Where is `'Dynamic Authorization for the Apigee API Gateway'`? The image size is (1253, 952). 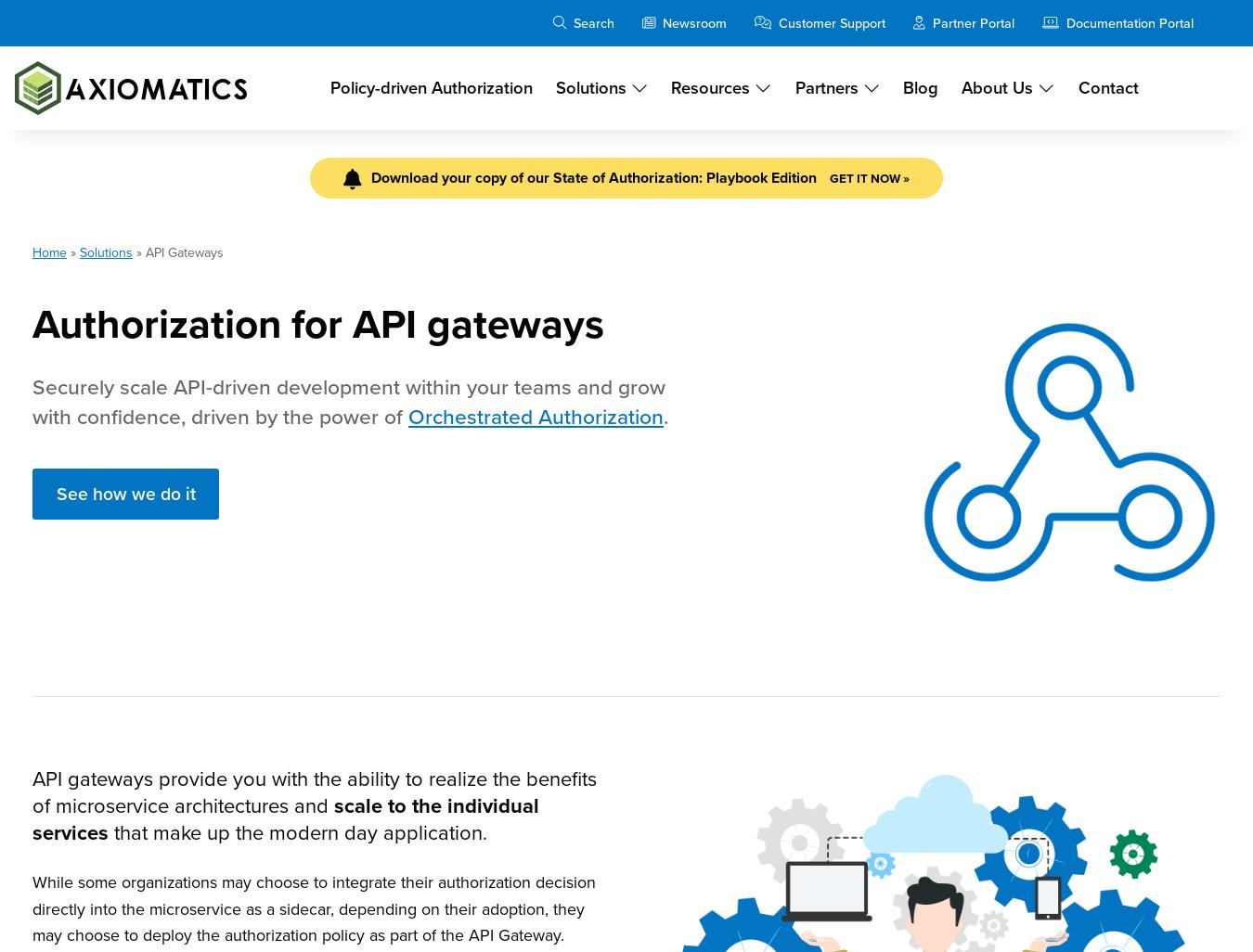
'Dynamic Authorization for the Apigee API Gateway' is located at coordinates (157, 408).